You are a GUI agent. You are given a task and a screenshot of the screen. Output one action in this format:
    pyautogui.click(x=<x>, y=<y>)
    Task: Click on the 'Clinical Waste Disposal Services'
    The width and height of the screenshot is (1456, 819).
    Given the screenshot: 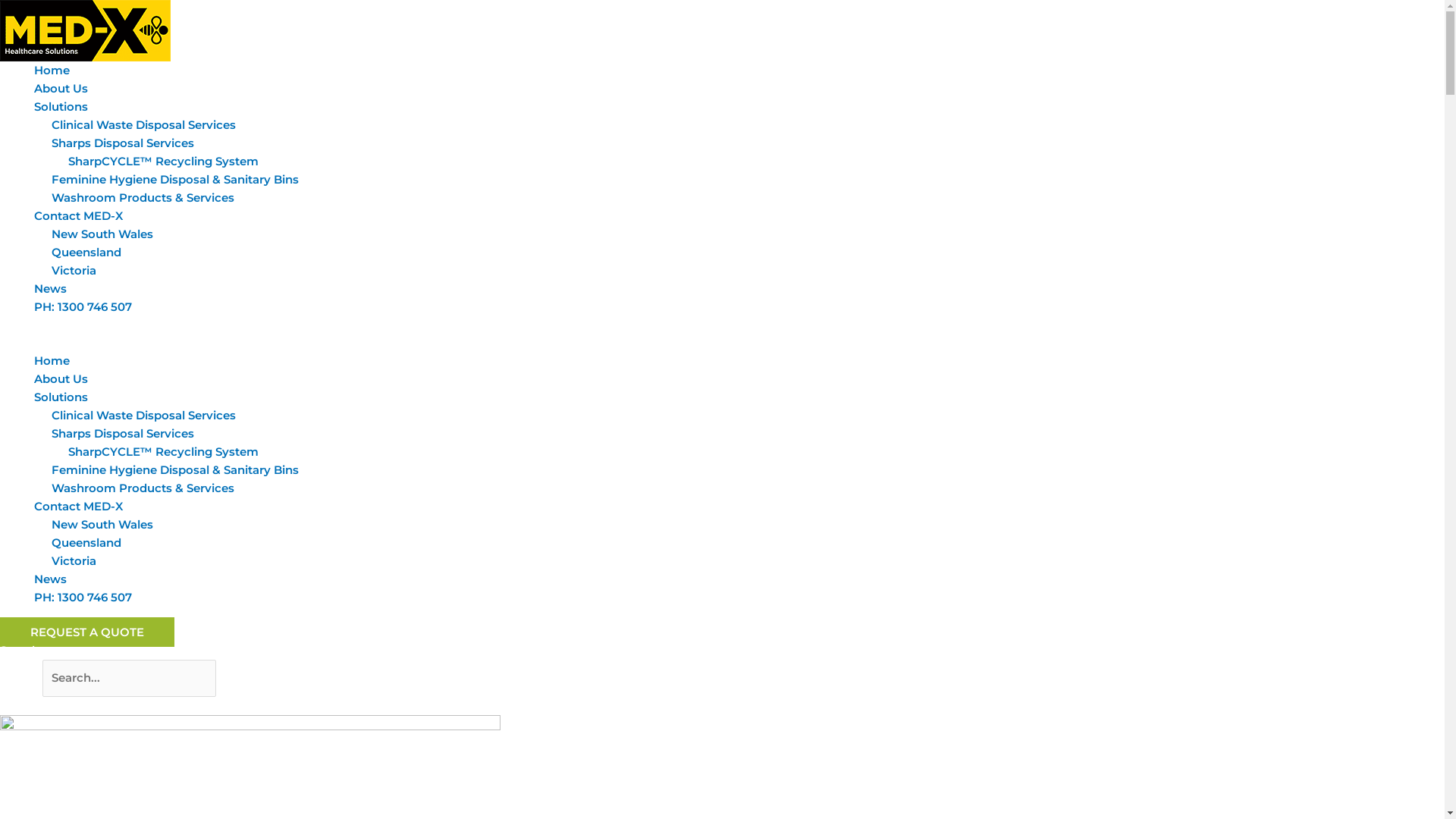 What is the action you would take?
    pyautogui.click(x=51, y=415)
    